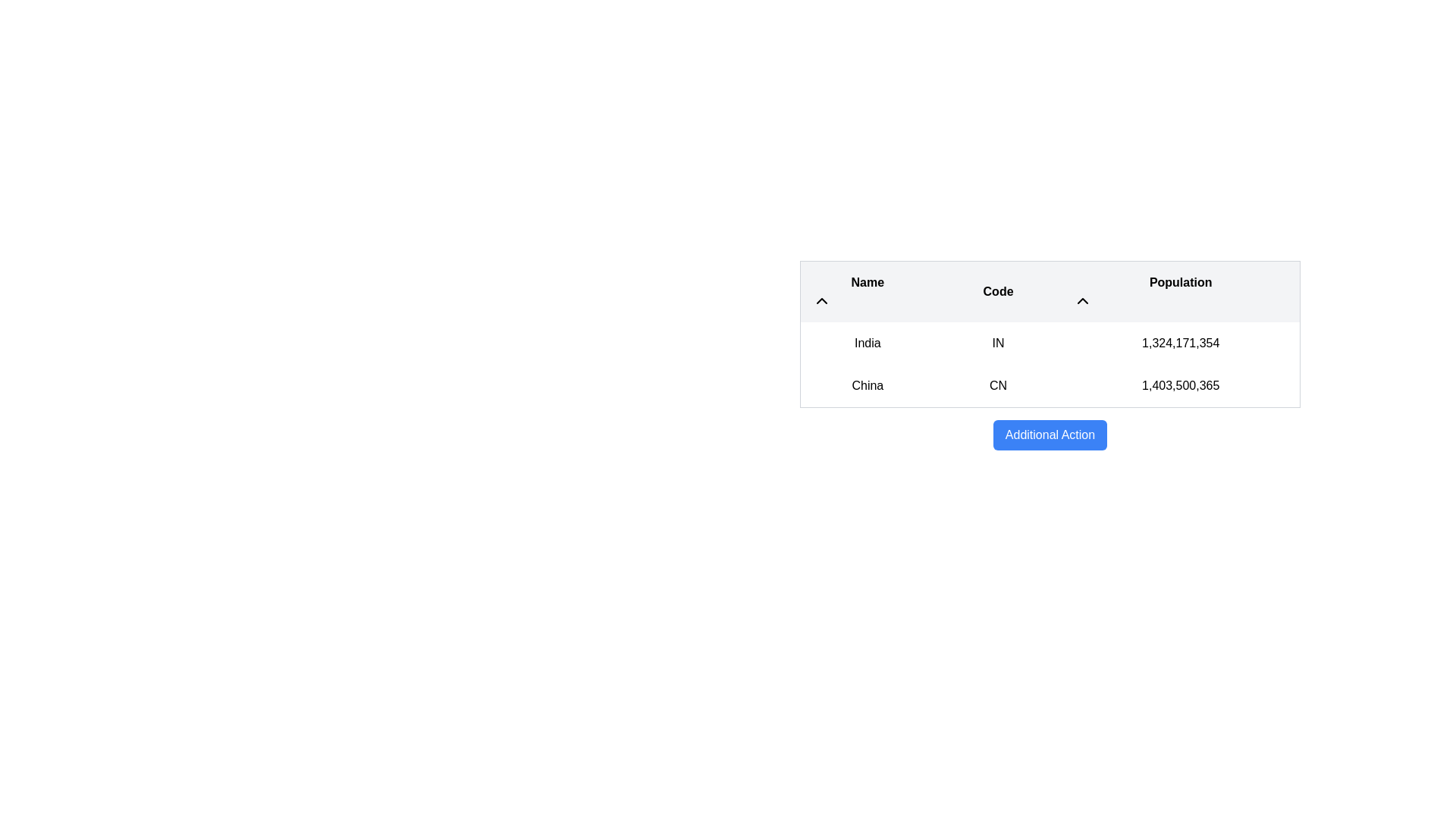  What do you see at coordinates (998, 291) in the screenshot?
I see `displayed text of the static text label in the second column header that represents 'Code' values in the table` at bounding box center [998, 291].